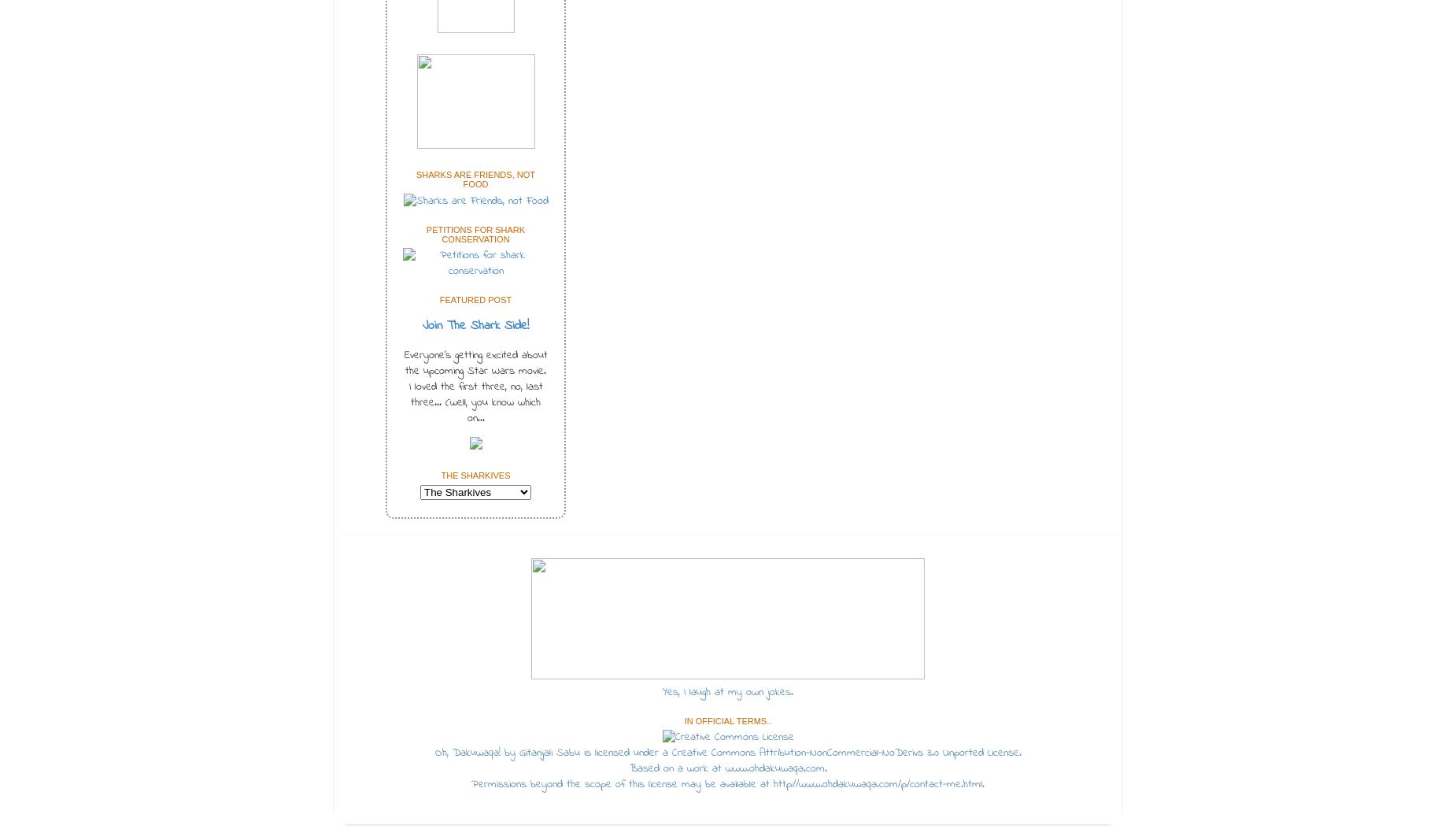 This screenshot has width=1456, height=840. Describe the element at coordinates (728, 690) in the screenshot. I see `'Yes, I laugh at my own jokes.'` at that location.